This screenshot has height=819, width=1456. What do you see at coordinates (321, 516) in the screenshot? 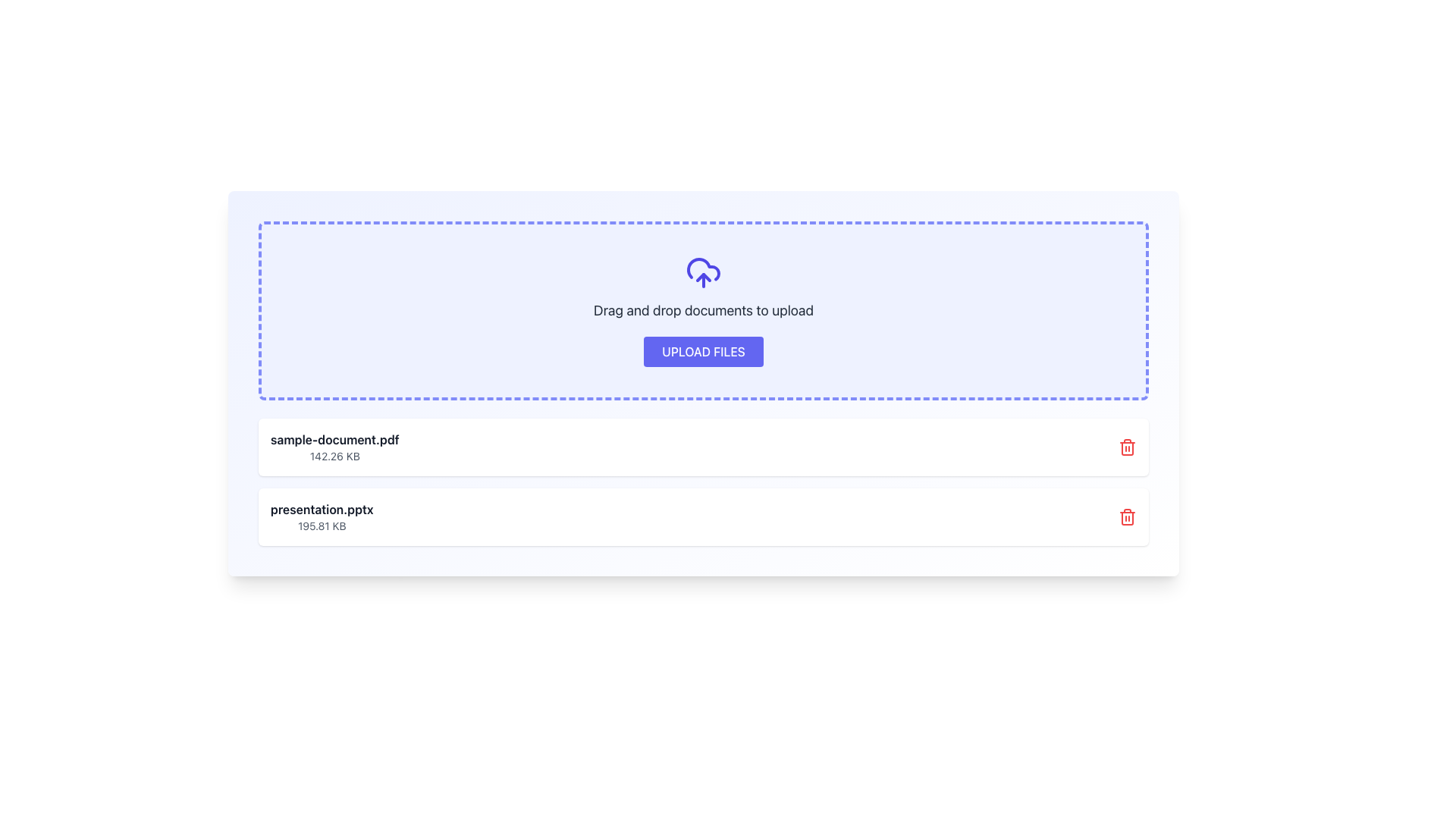
I see `the Text Display Block displaying the name and size of the file, which is the second item in the list of files below 'sample-document.pdf'` at bounding box center [321, 516].